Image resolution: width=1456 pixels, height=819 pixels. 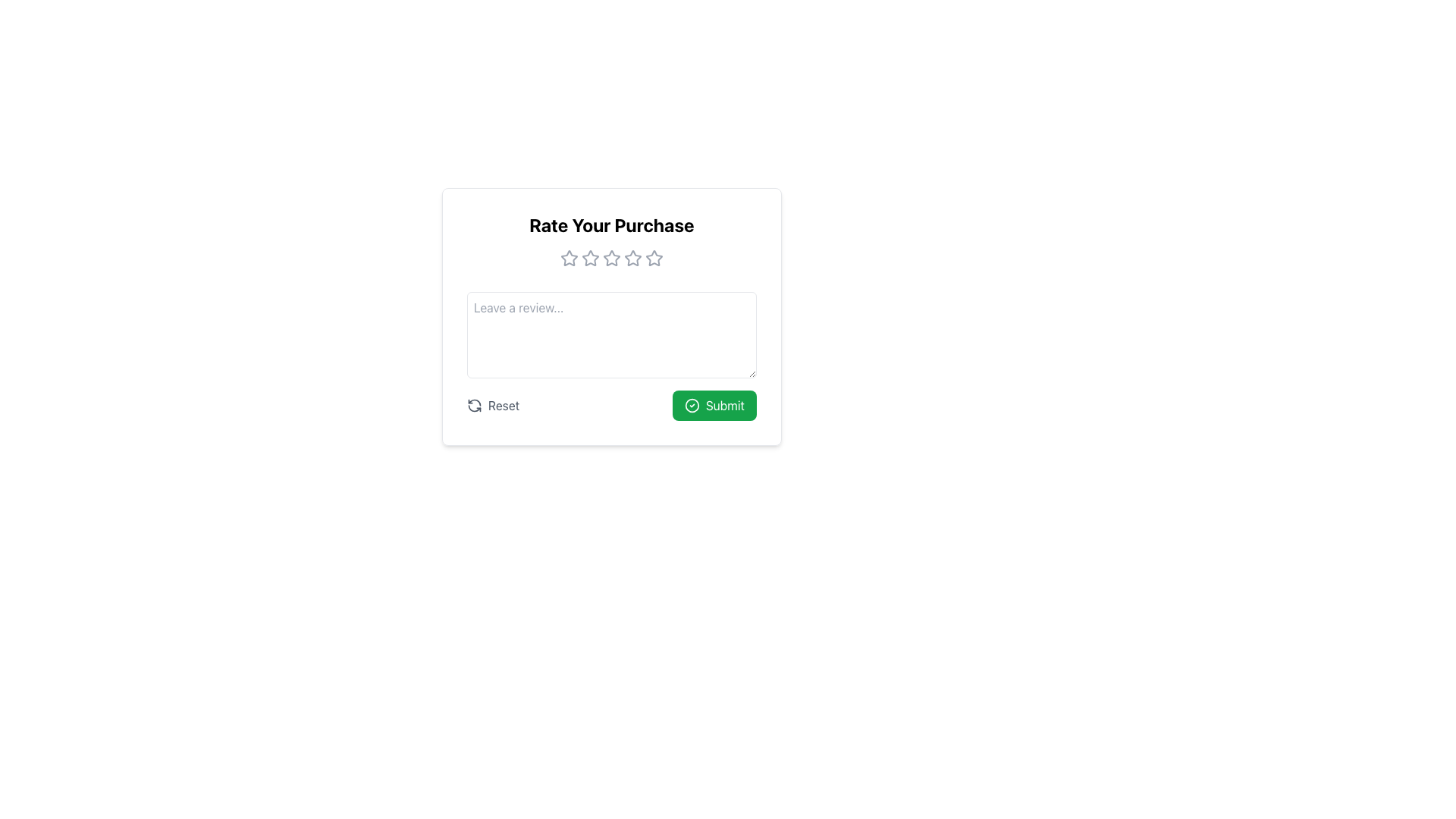 What do you see at coordinates (504, 405) in the screenshot?
I see `the 'Reset' text label, which is styled in gray and positioned to the right of a refresh icon` at bounding box center [504, 405].